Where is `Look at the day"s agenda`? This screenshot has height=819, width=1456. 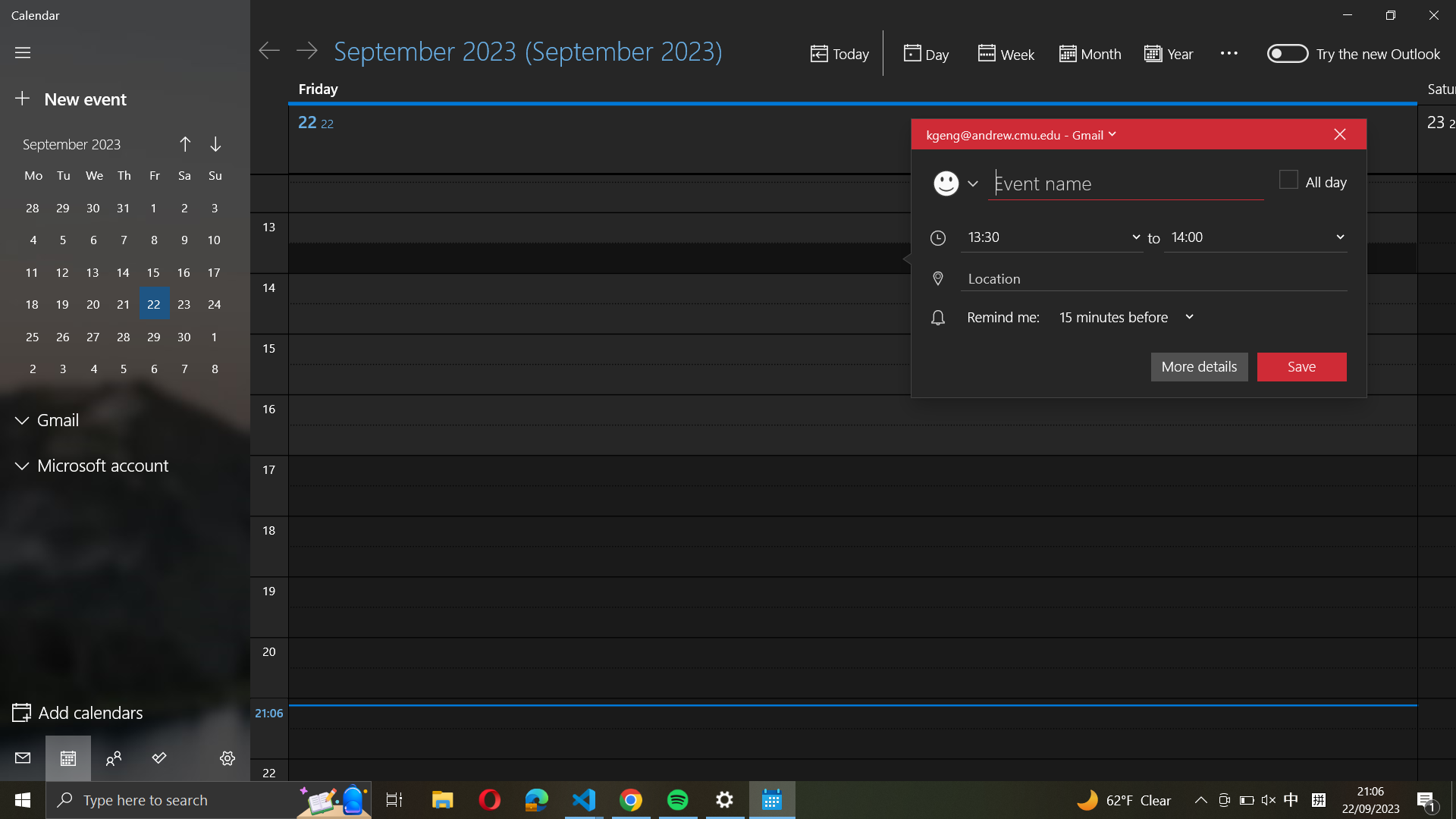
Look at the day"s agenda is located at coordinates (925, 52).